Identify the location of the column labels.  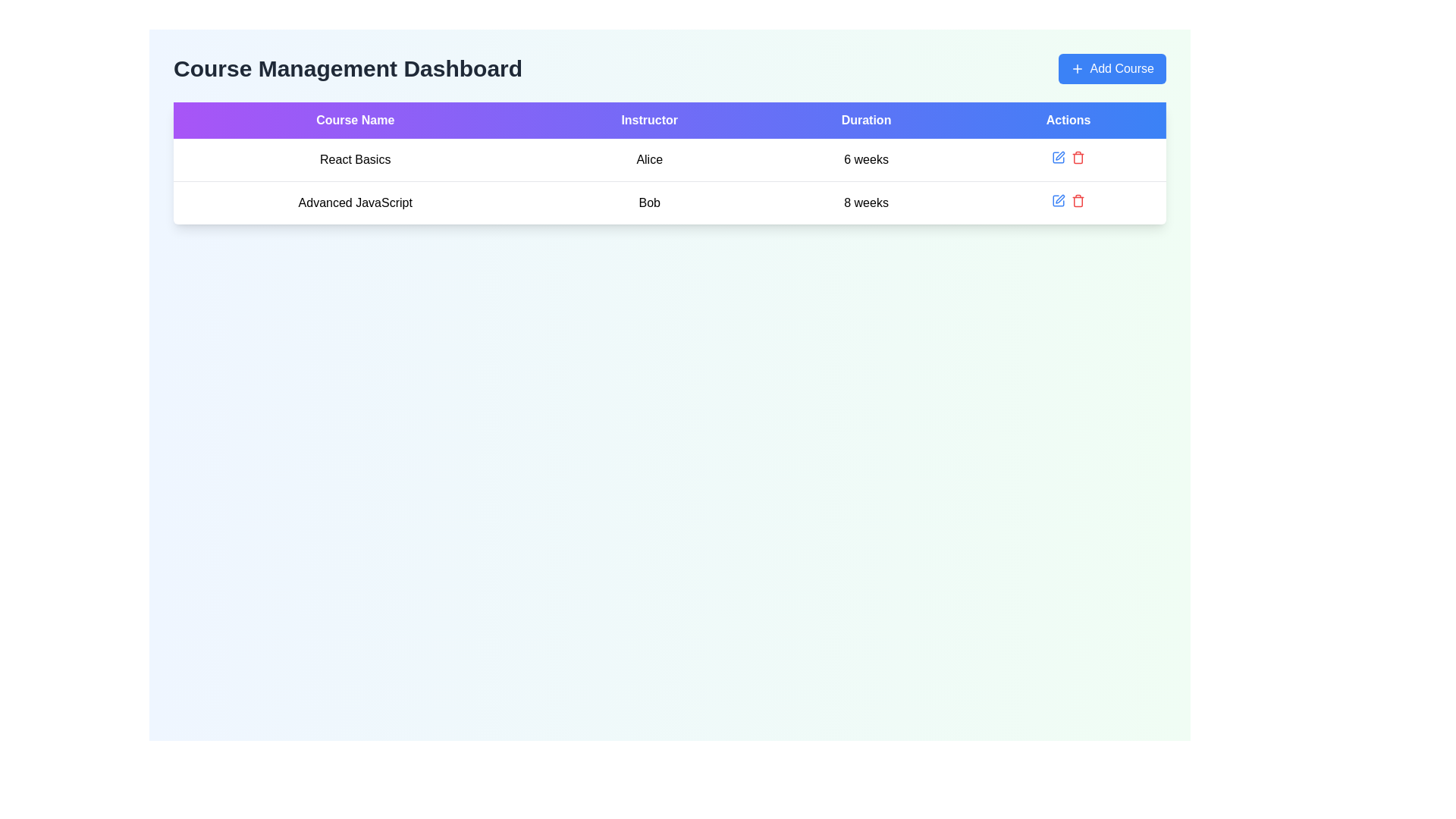
(669, 119).